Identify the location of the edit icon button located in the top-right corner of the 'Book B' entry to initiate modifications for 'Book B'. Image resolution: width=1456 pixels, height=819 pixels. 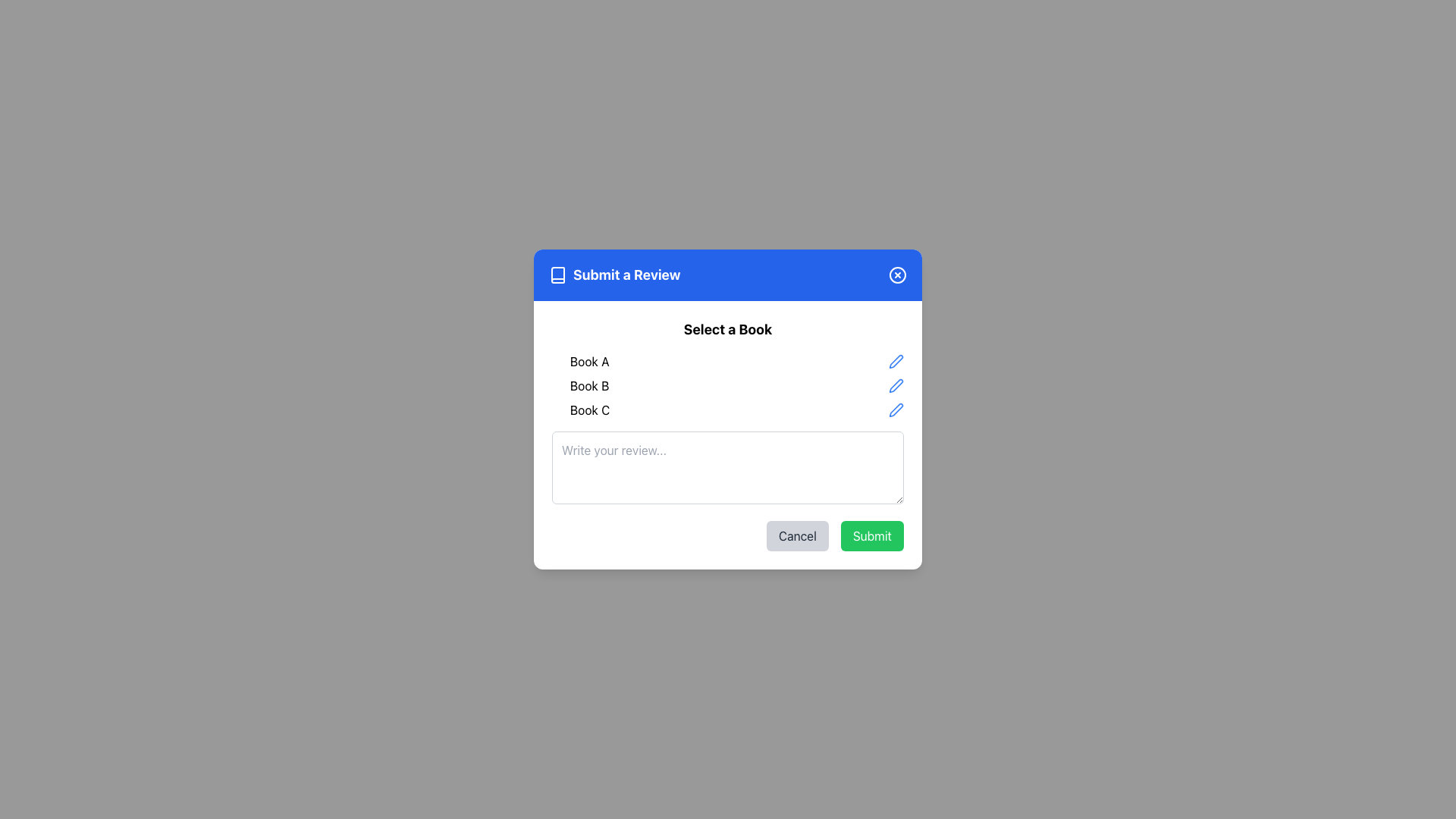
(896, 385).